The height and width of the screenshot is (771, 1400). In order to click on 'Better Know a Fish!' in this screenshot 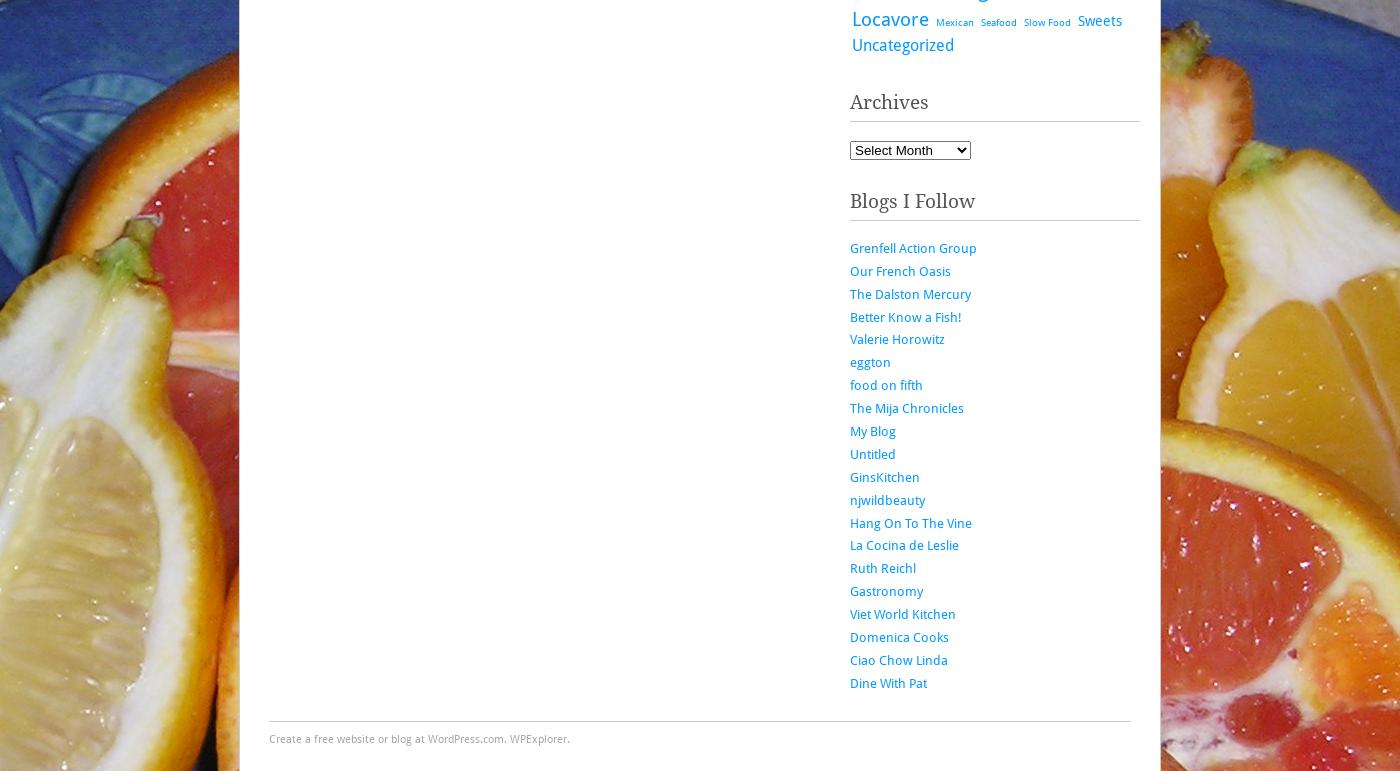, I will do `click(905, 316)`.